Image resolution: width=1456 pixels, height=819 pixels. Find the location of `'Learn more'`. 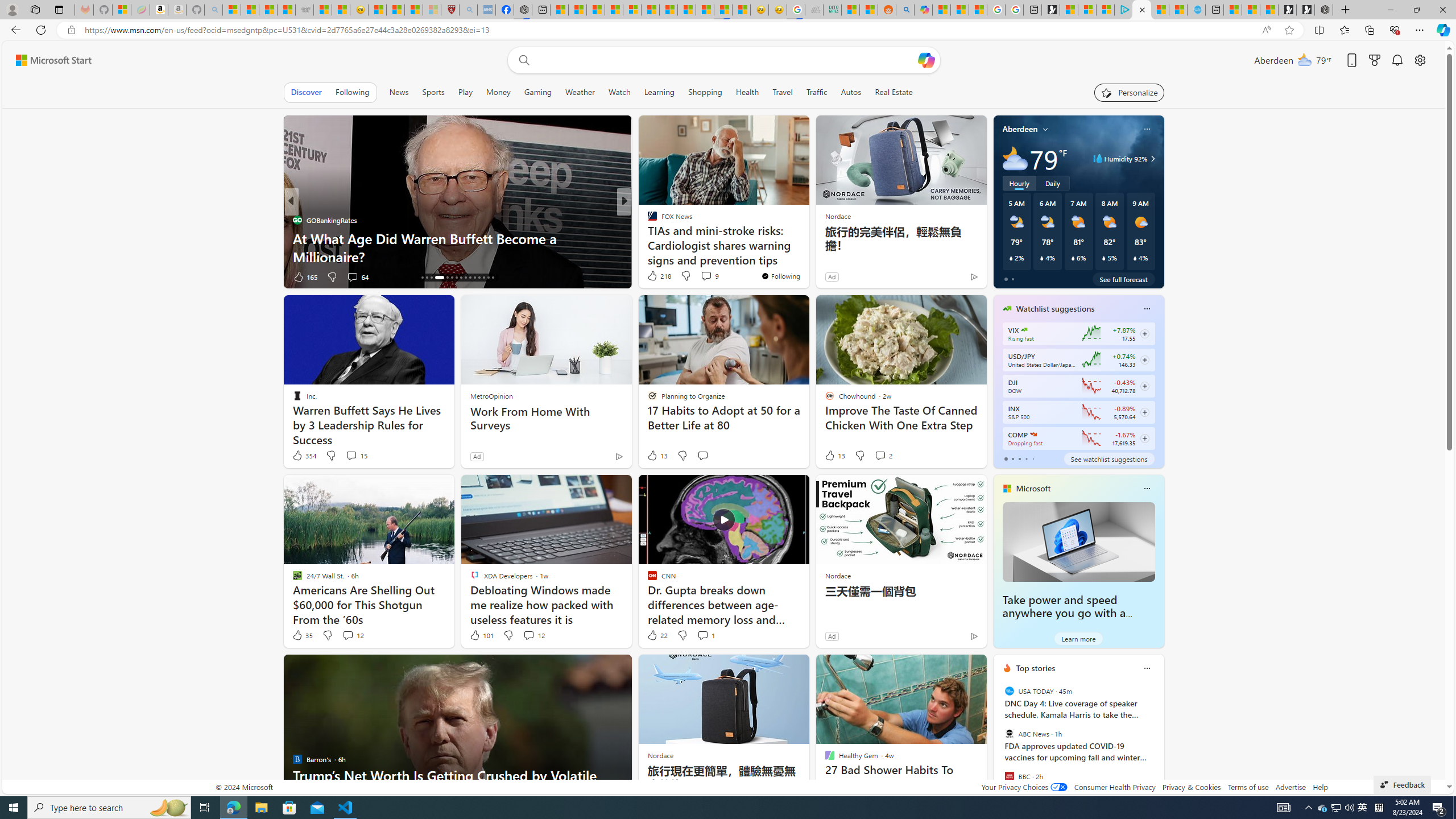

'Learn more' is located at coordinates (1078, 638).